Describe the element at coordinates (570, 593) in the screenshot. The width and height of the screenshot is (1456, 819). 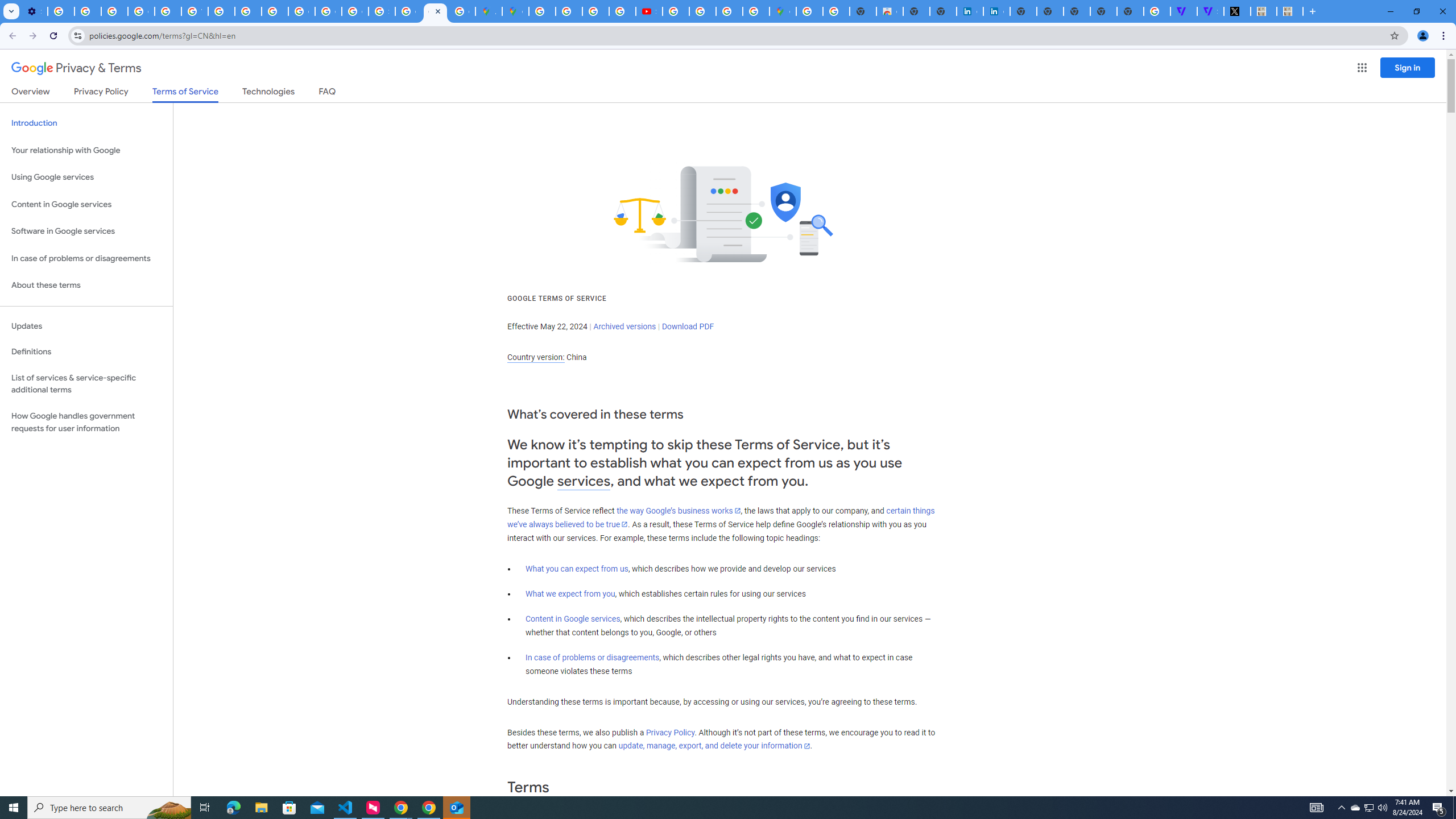
I see `'What we expect from you'` at that location.